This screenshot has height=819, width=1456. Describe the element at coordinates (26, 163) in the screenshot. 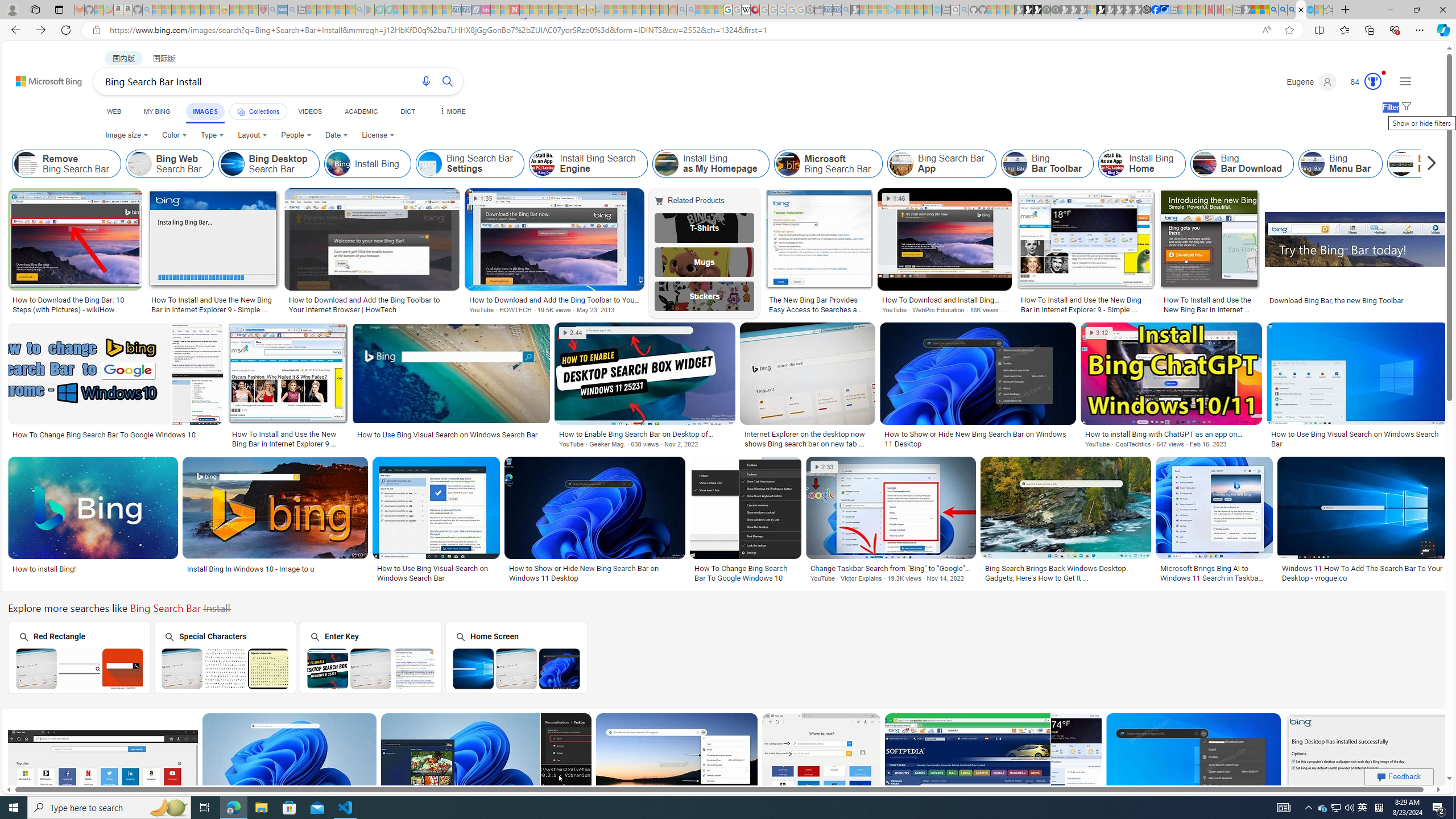

I see `'Remove Bing Search Bar'` at that location.